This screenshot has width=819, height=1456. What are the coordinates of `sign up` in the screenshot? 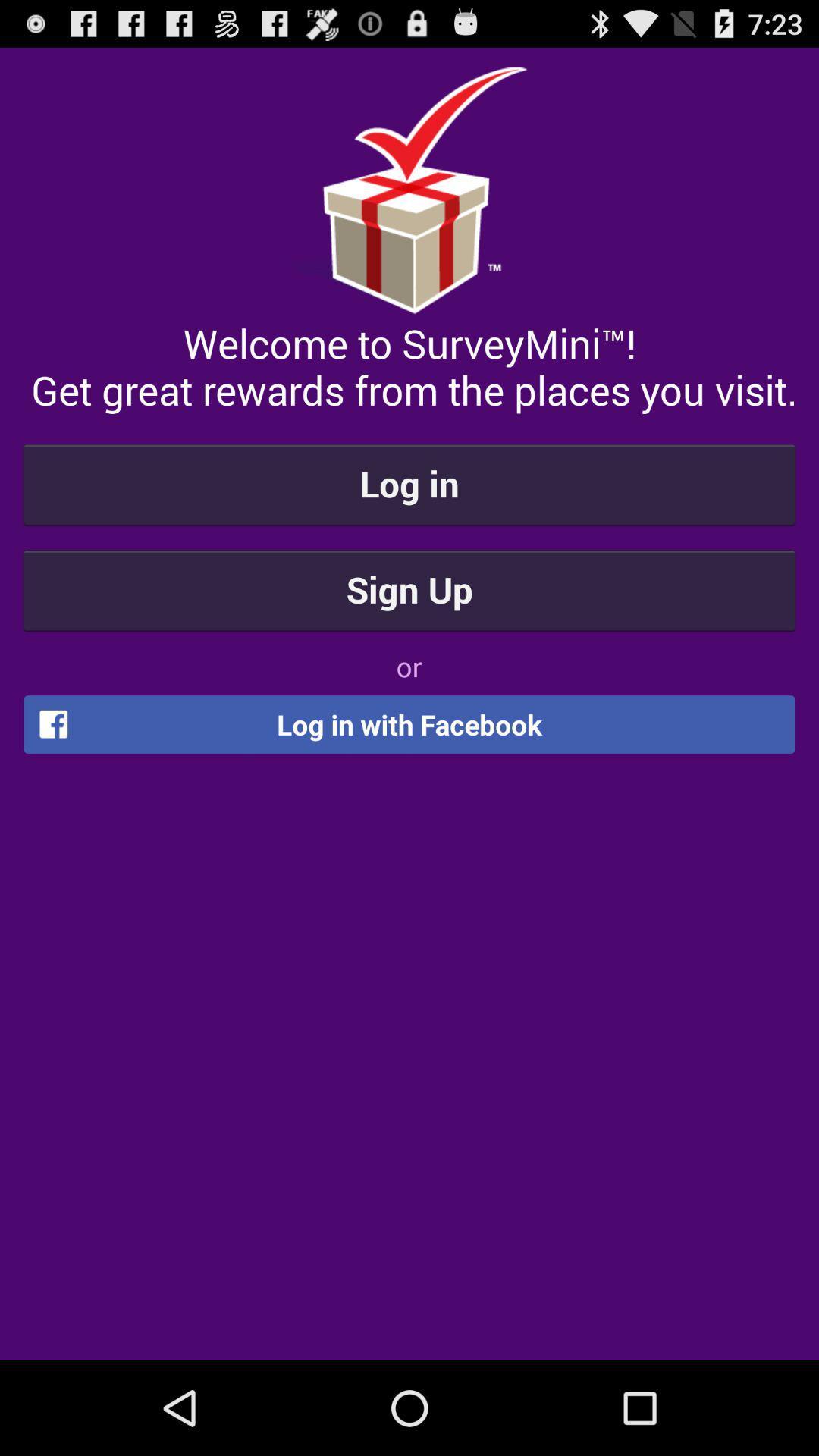 It's located at (409, 588).